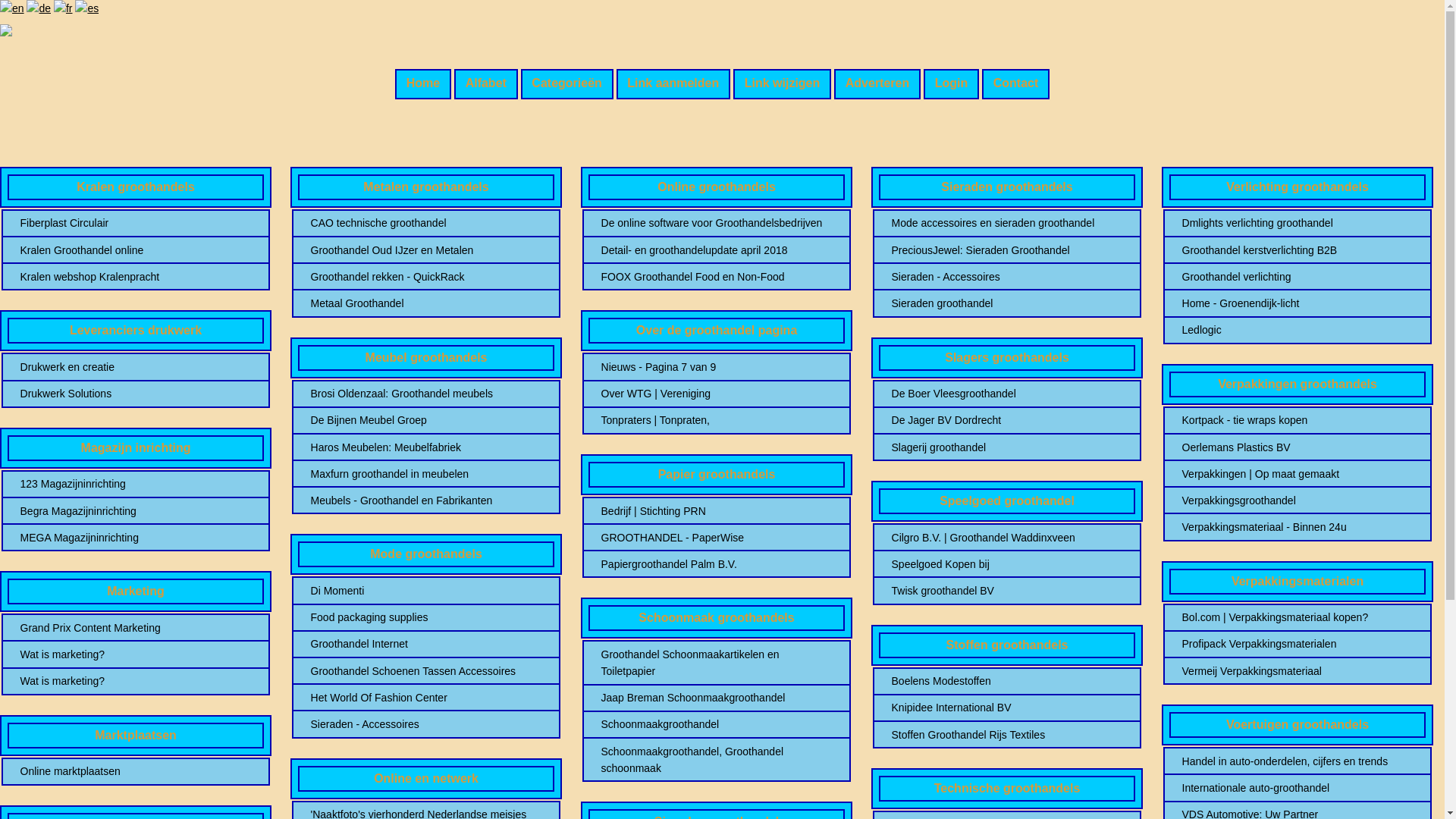  I want to click on 'Verpakkingen | Op maat gemaakt', so click(1181, 472).